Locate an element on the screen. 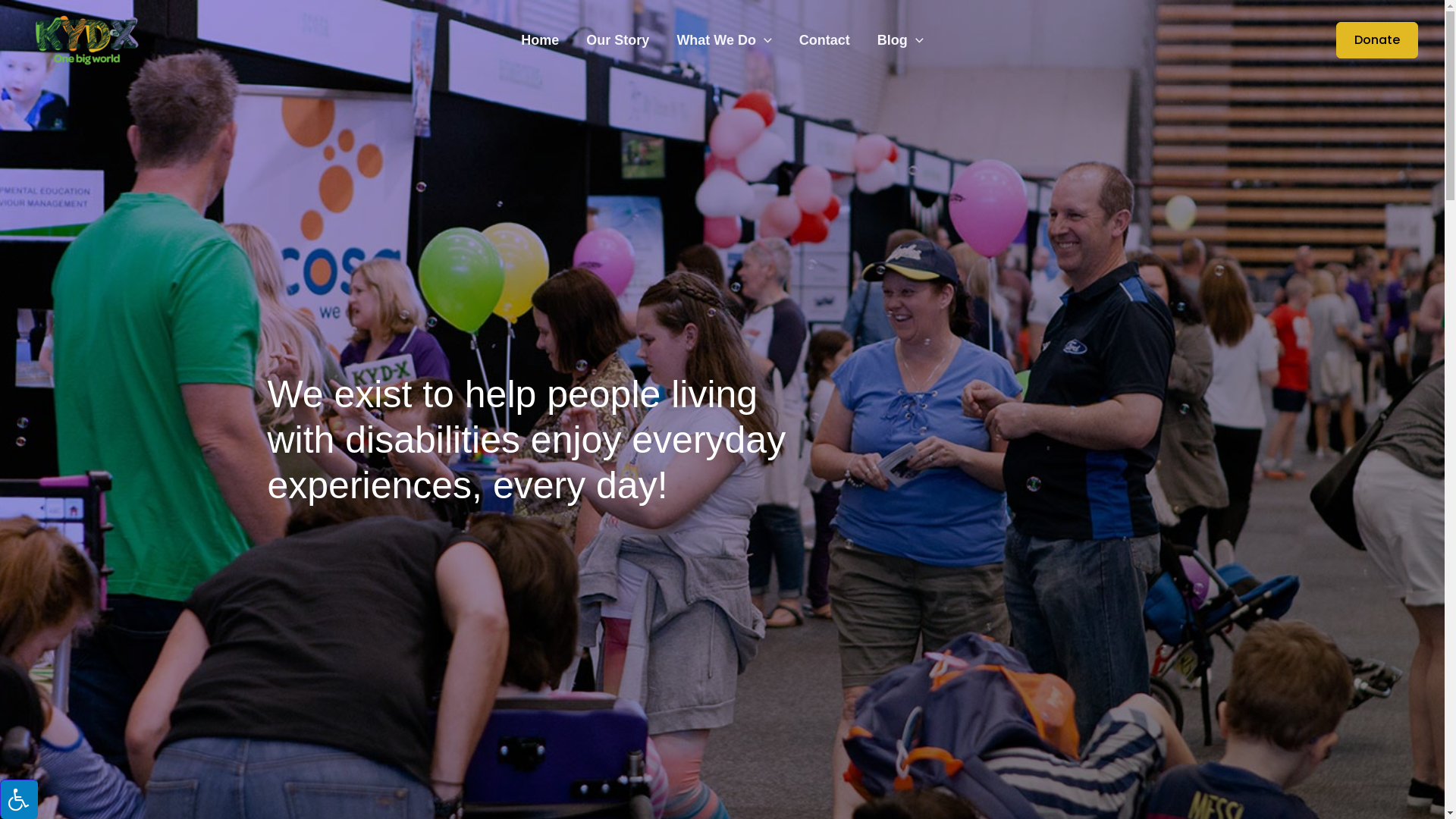 The height and width of the screenshot is (819, 1456). 'Donate' is located at coordinates (1316, 39).